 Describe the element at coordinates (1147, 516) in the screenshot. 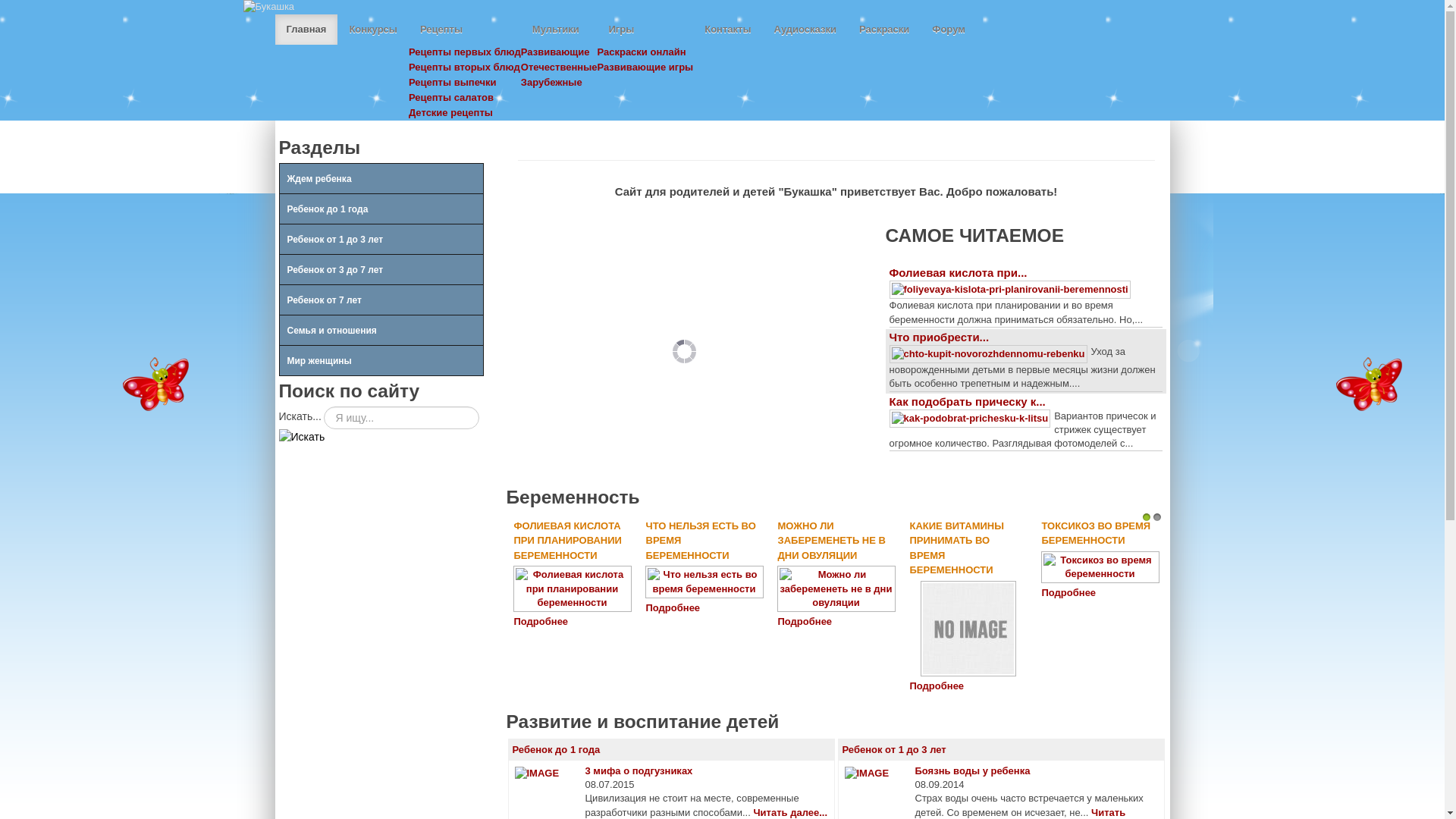

I see `'1'` at that location.